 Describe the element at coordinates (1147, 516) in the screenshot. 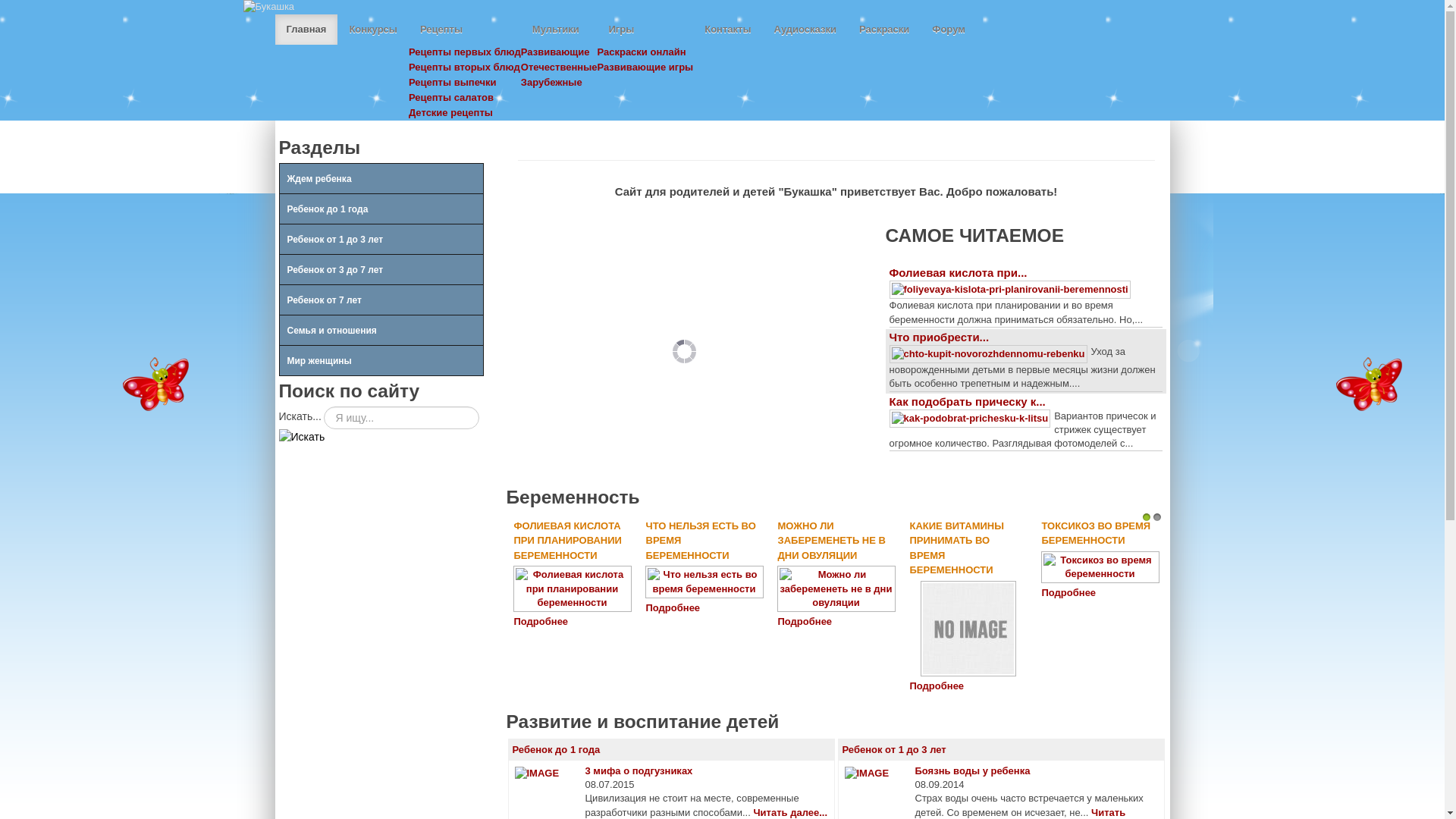

I see `'1'` at that location.